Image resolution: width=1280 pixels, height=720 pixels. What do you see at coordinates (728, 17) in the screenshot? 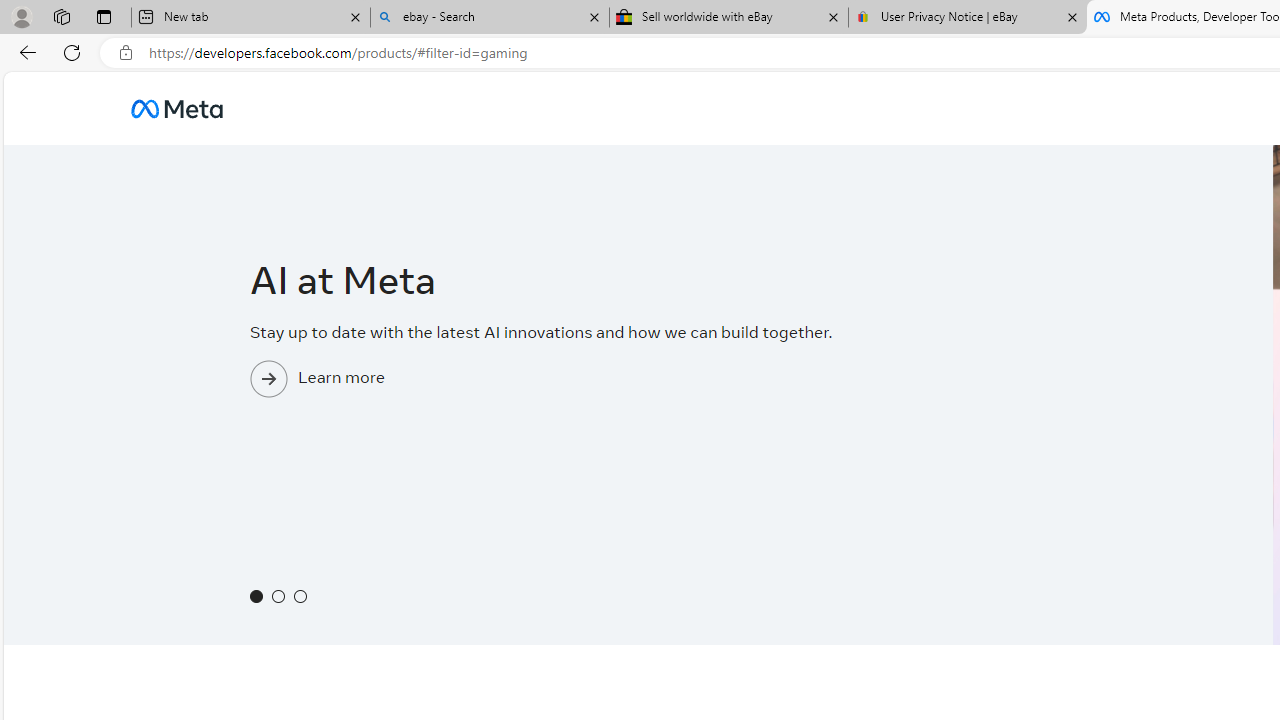
I see `'Sell worldwide with eBay'` at bounding box center [728, 17].